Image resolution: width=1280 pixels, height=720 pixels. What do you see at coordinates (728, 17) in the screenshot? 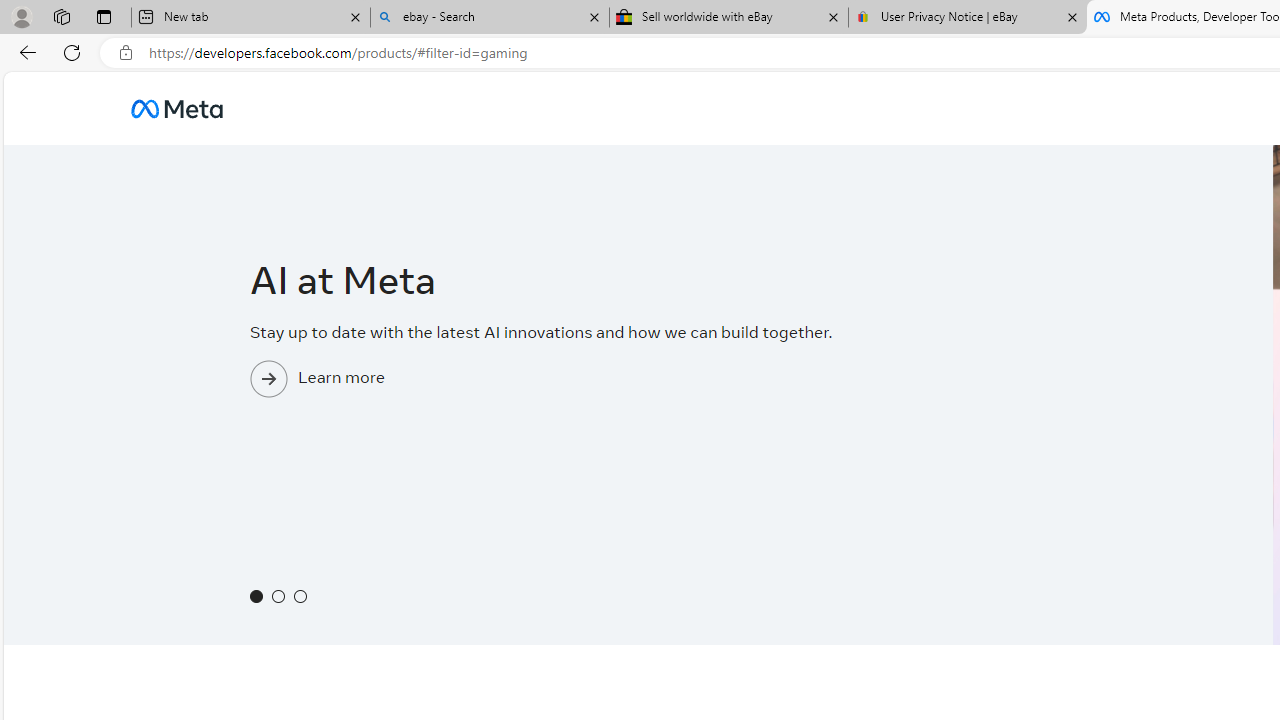
I see `'Sell worldwide with eBay'` at bounding box center [728, 17].